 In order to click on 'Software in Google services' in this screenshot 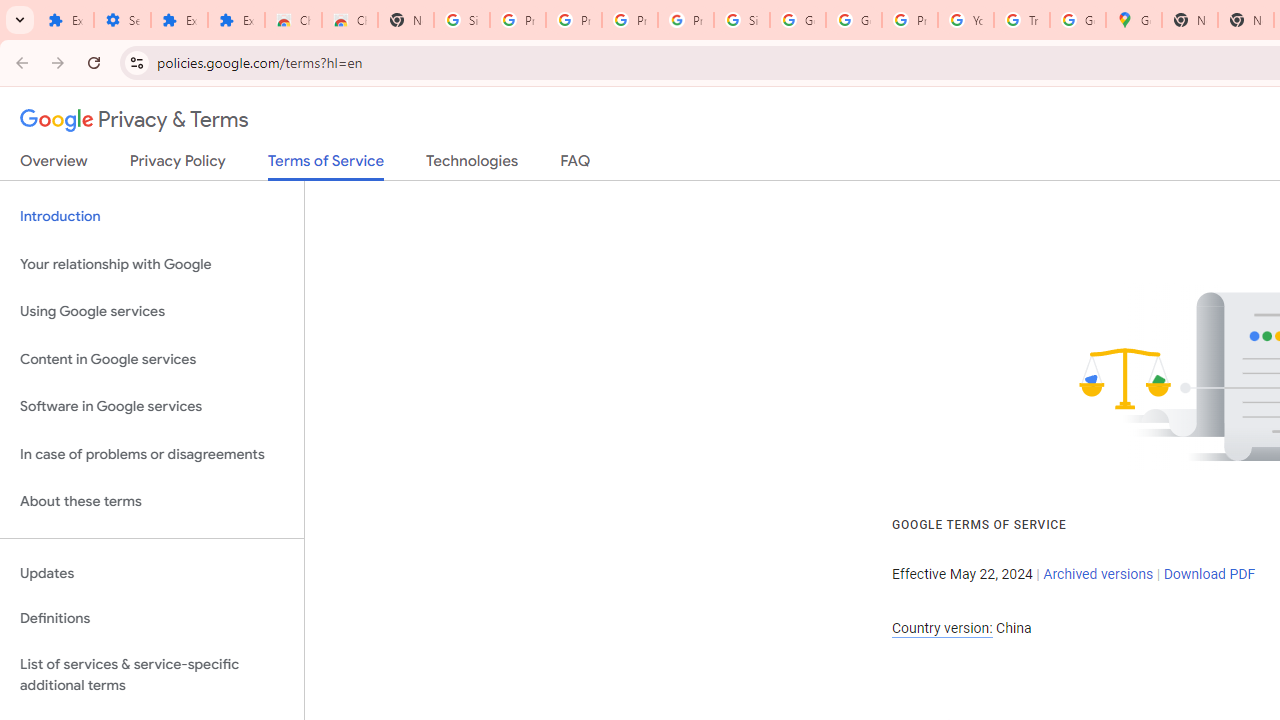, I will do `click(151, 406)`.